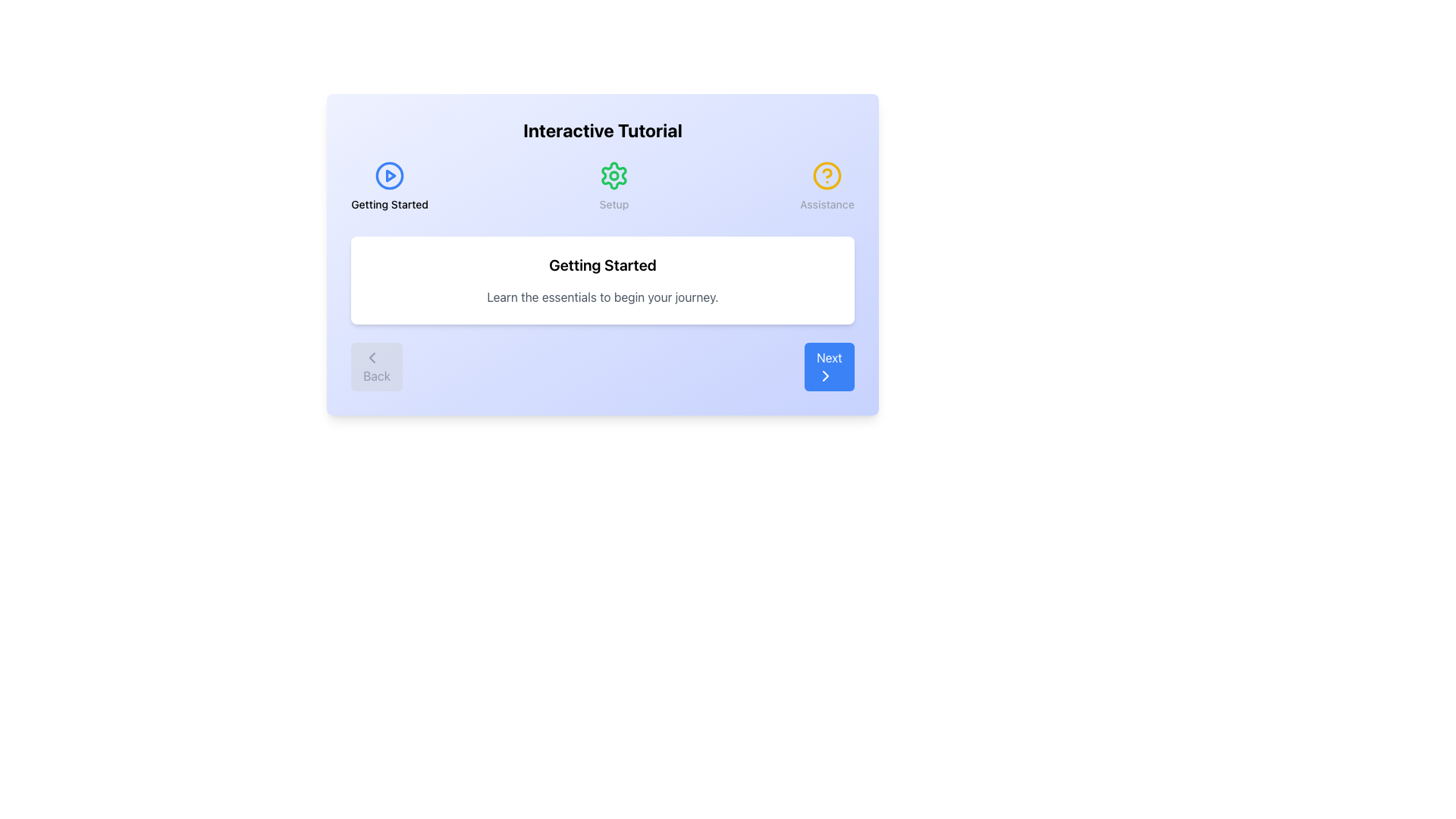  Describe the element at coordinates (602, 265) in the screenshot. I see `the text label titled 'Getting Started' which is displayed in bold and larger font on a white card area with a light blue background` at that location.